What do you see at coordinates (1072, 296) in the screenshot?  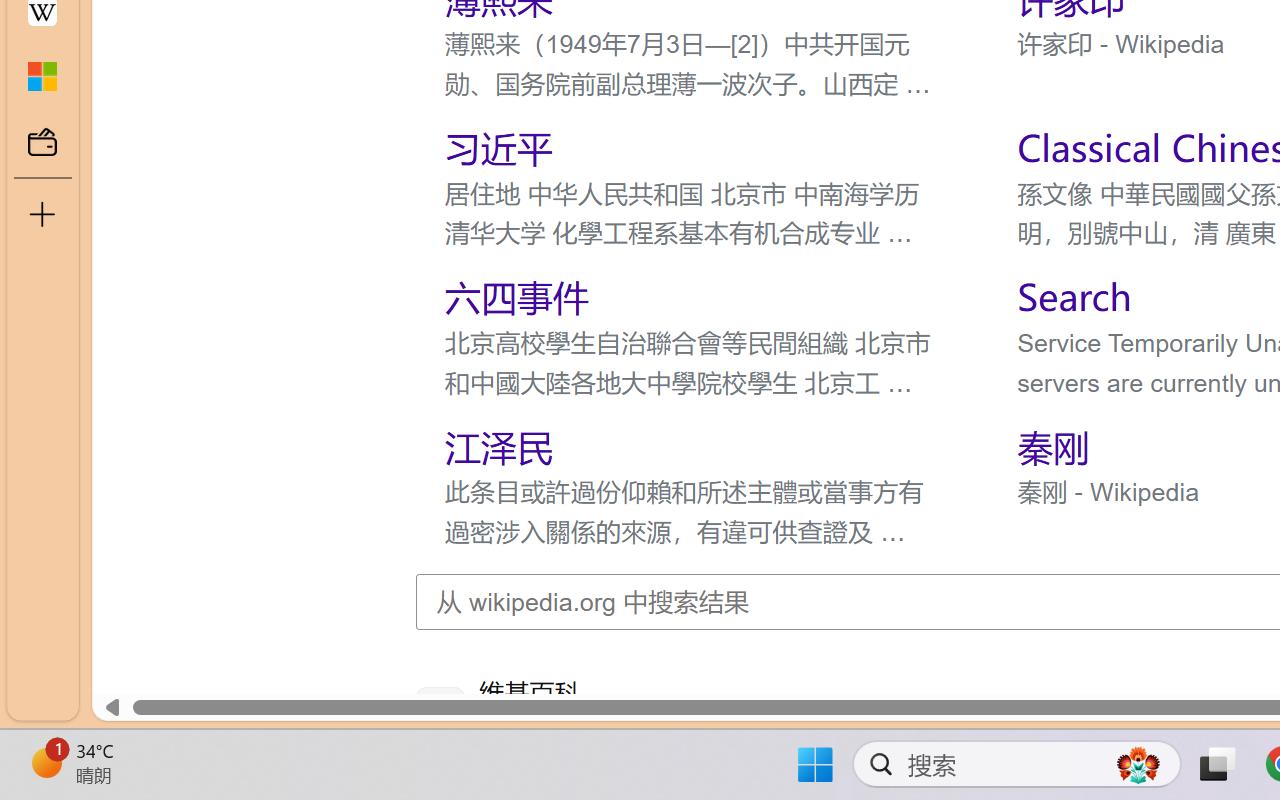 I see `'Search'` at bounding box center [1072, 296].